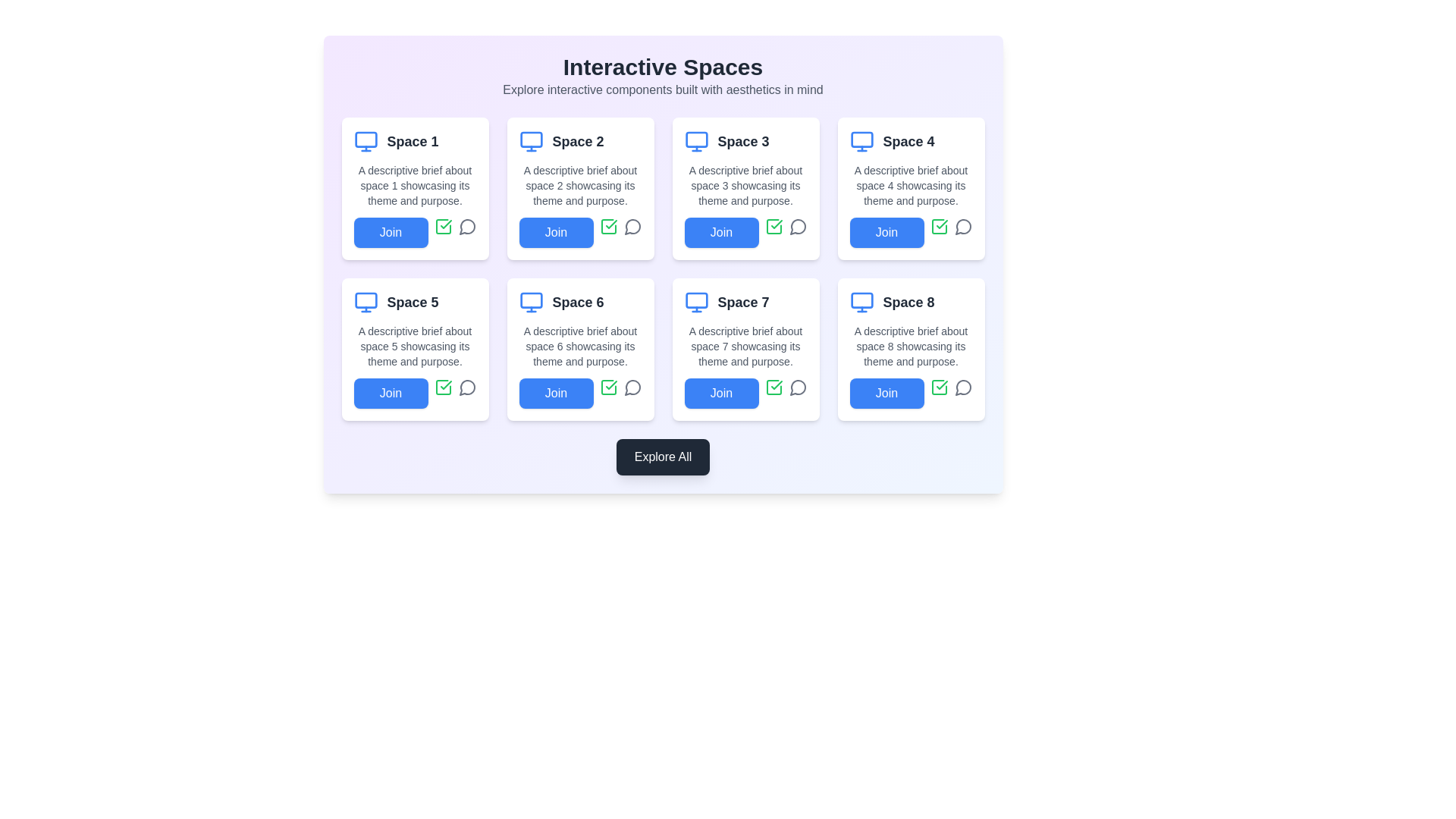 The height and width of the screenshot is (819, 1456). Describe the element at coordinates (632, 227) in the screenshot. I see `the circular icon resembling a speech bubble, used for the comment or message feature, located in the third position within the horizontal row of icons beneath the 'Join' button in the 'Space 2' card` at that location.